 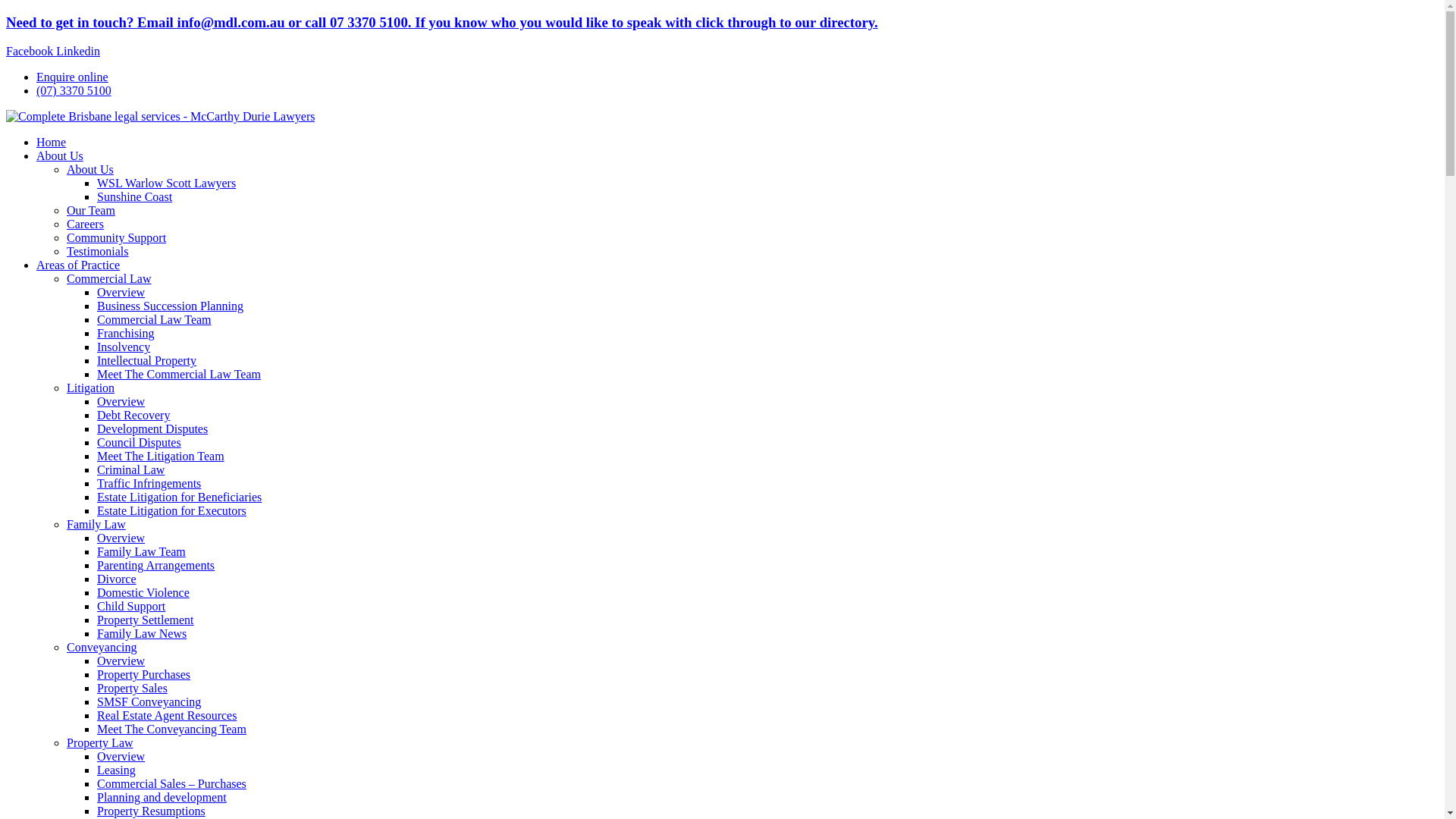 What do you see at coordinates (96, 442) in the screenshot?
I see `'Council Disputes'` at bounding box center [96, 442].